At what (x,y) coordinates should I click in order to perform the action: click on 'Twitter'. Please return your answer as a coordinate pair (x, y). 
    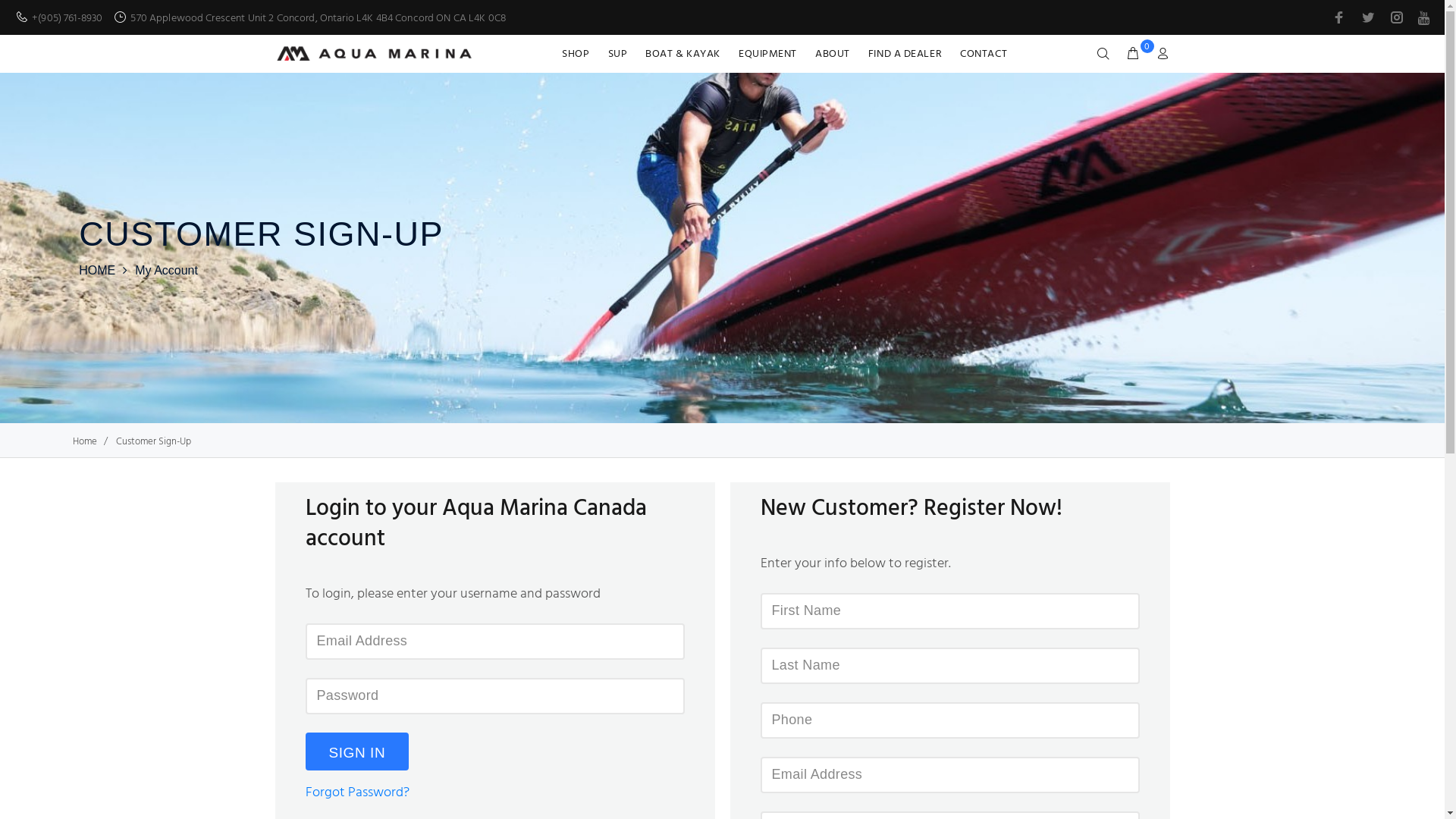
    Looking at the image, I should click on (1368, 17).